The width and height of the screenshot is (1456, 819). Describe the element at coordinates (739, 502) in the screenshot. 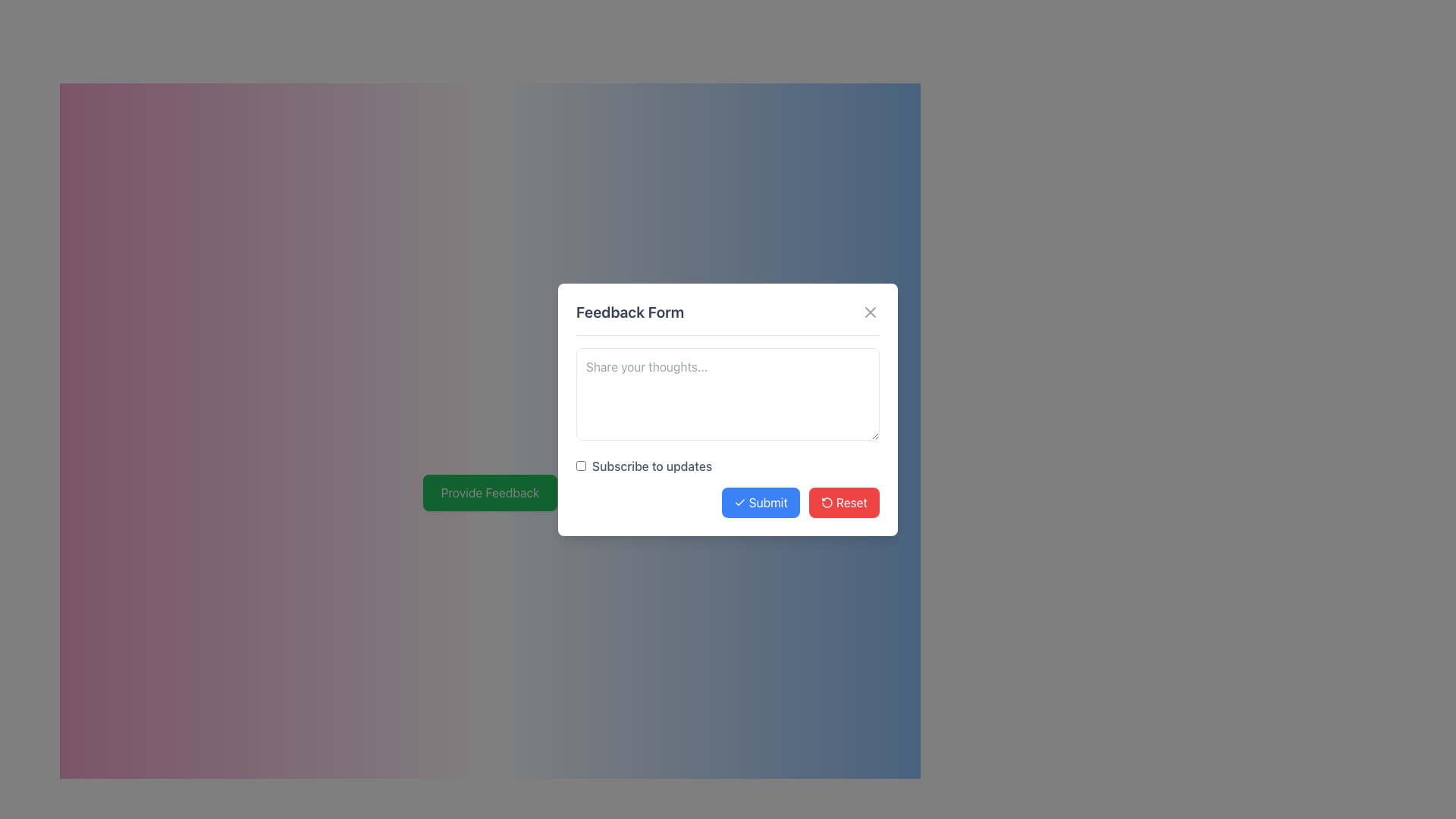

I see `the check icon located at the center of the 'Submit' button in the dialog box's footer, adjacent to the text label` at that location.